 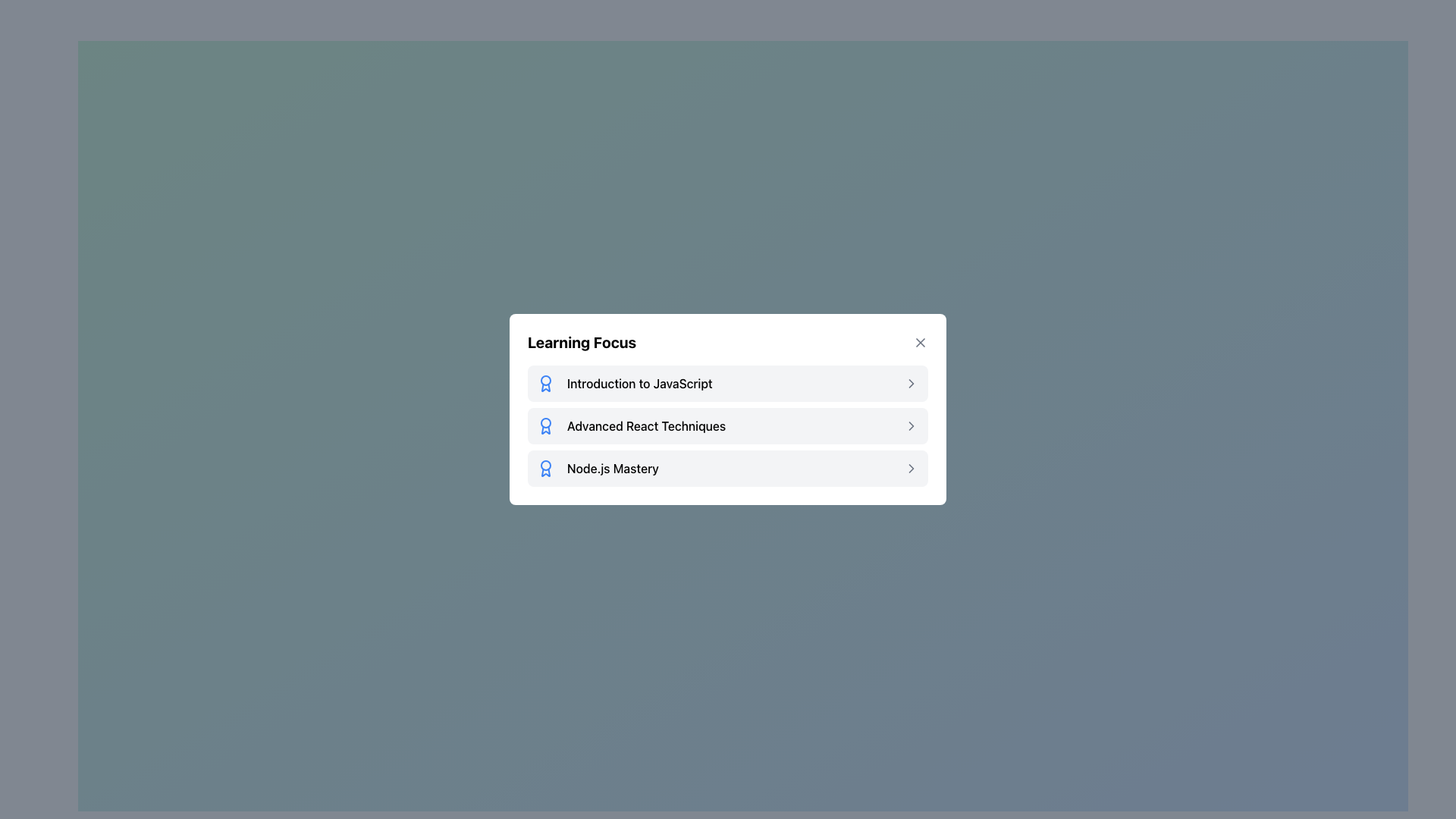 What do you see at coordinates (910, 382) in the screenshot?
I see `the gray chevron-shaped icon pointing right, located at the rightmost part of the first item in the list adjacent to the 'Introduction to JavaScript' text label` at bounding box center [910, 382].